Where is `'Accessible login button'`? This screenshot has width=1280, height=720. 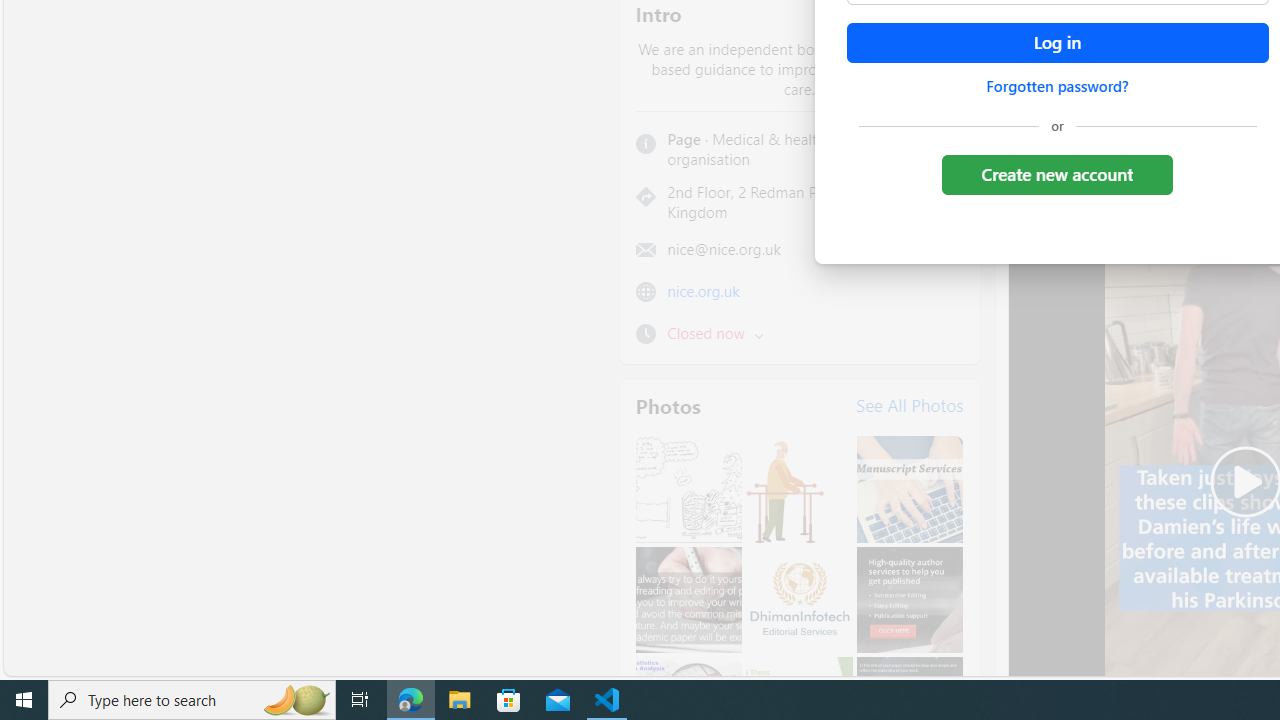
'Accessible login button' is located at coordinates (1056, 43).